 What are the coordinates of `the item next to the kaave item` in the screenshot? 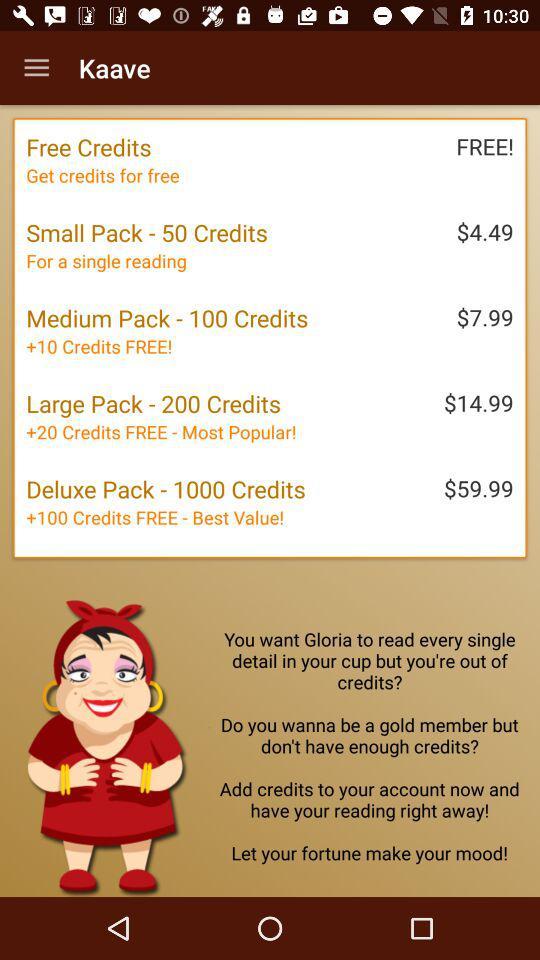 It's located at (36, 68).